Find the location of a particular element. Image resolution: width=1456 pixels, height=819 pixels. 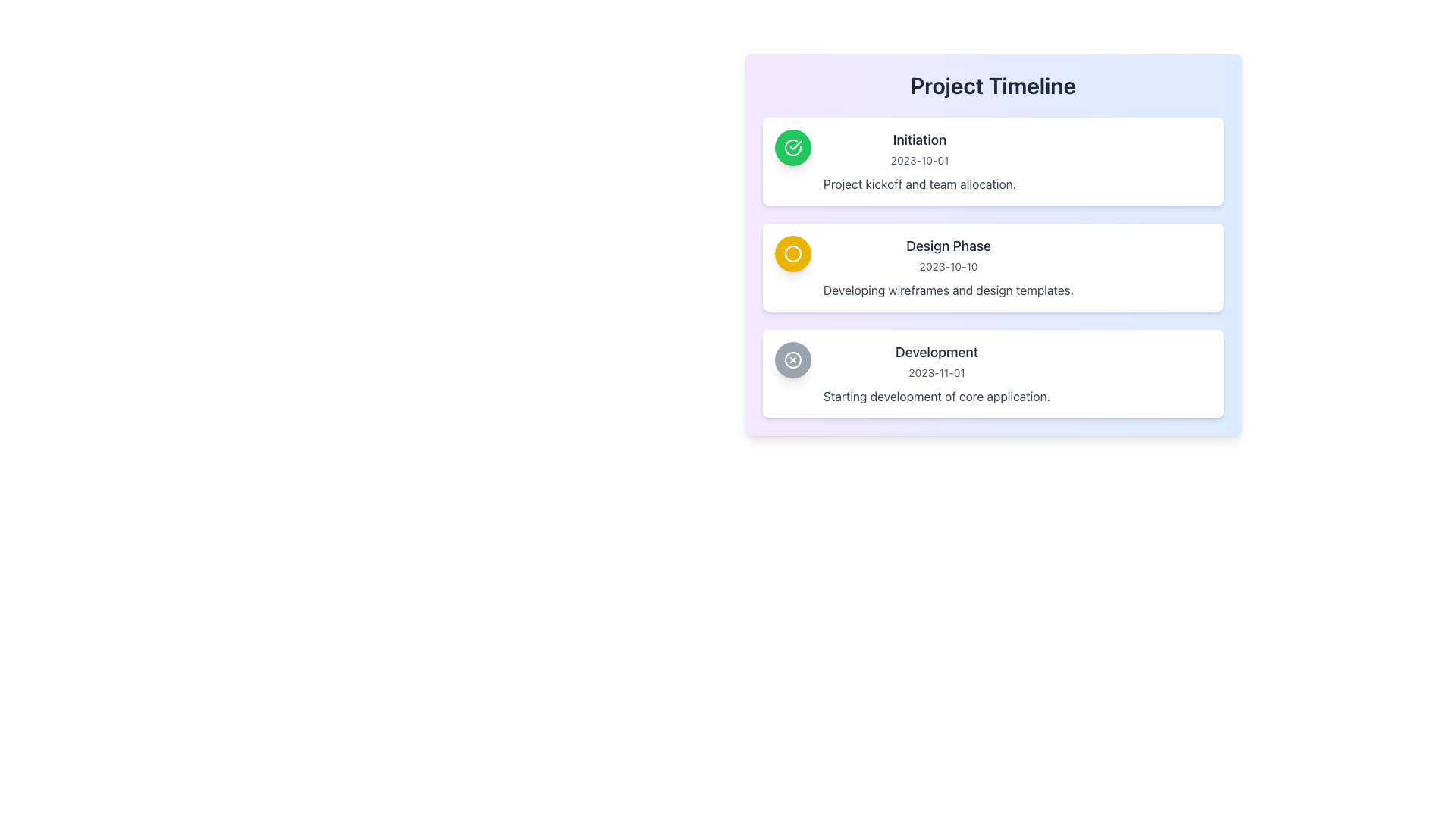

the completion icon in the 'Initiation' section of the 'Project Timeline', which indicates the success of the 'Initiation' phase is located at coordinates (792, 148).